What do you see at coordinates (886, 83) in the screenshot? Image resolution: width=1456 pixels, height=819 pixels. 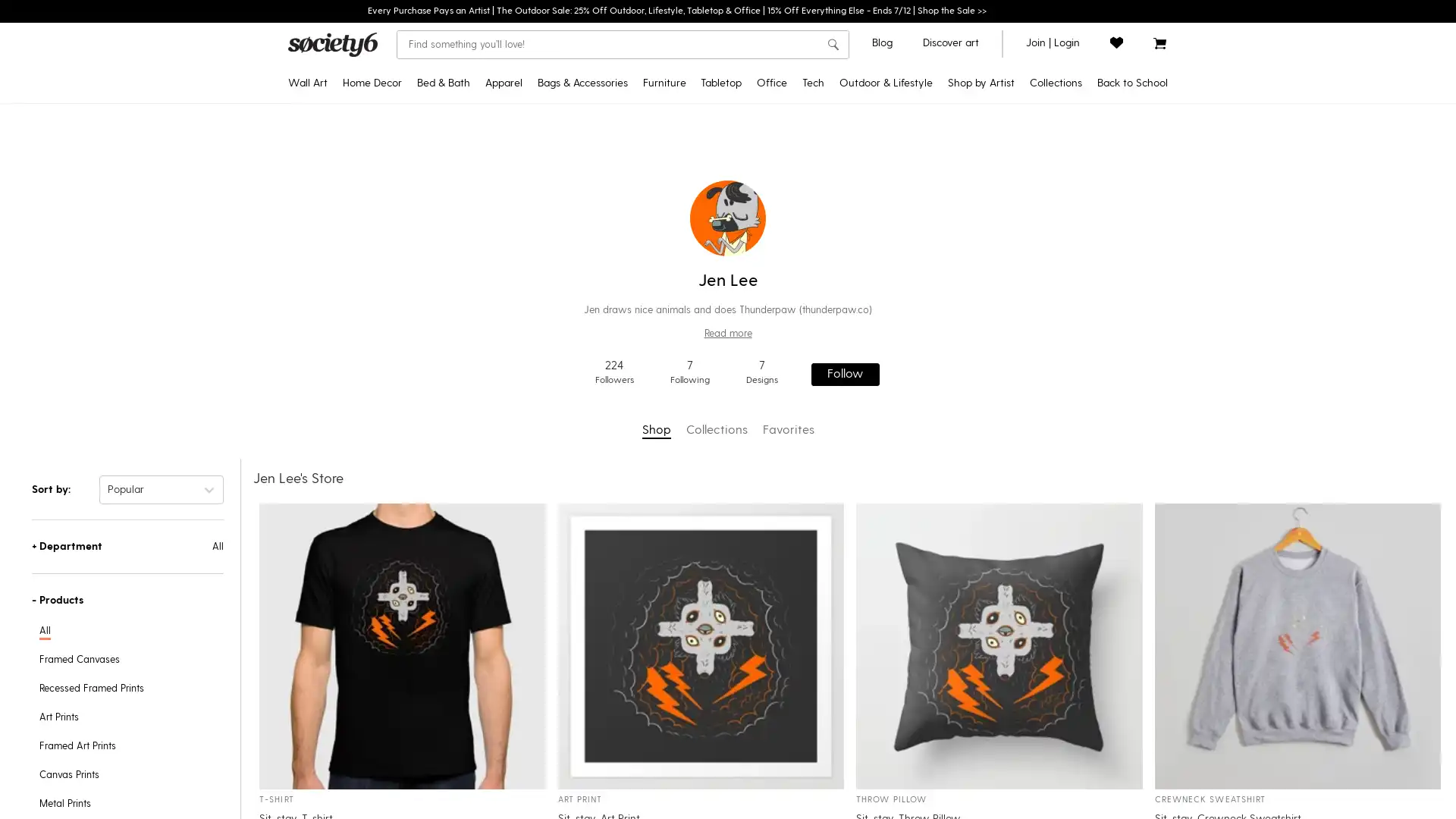 I see `Outdoor & Lifestyle` at bounding box center [886, 83].